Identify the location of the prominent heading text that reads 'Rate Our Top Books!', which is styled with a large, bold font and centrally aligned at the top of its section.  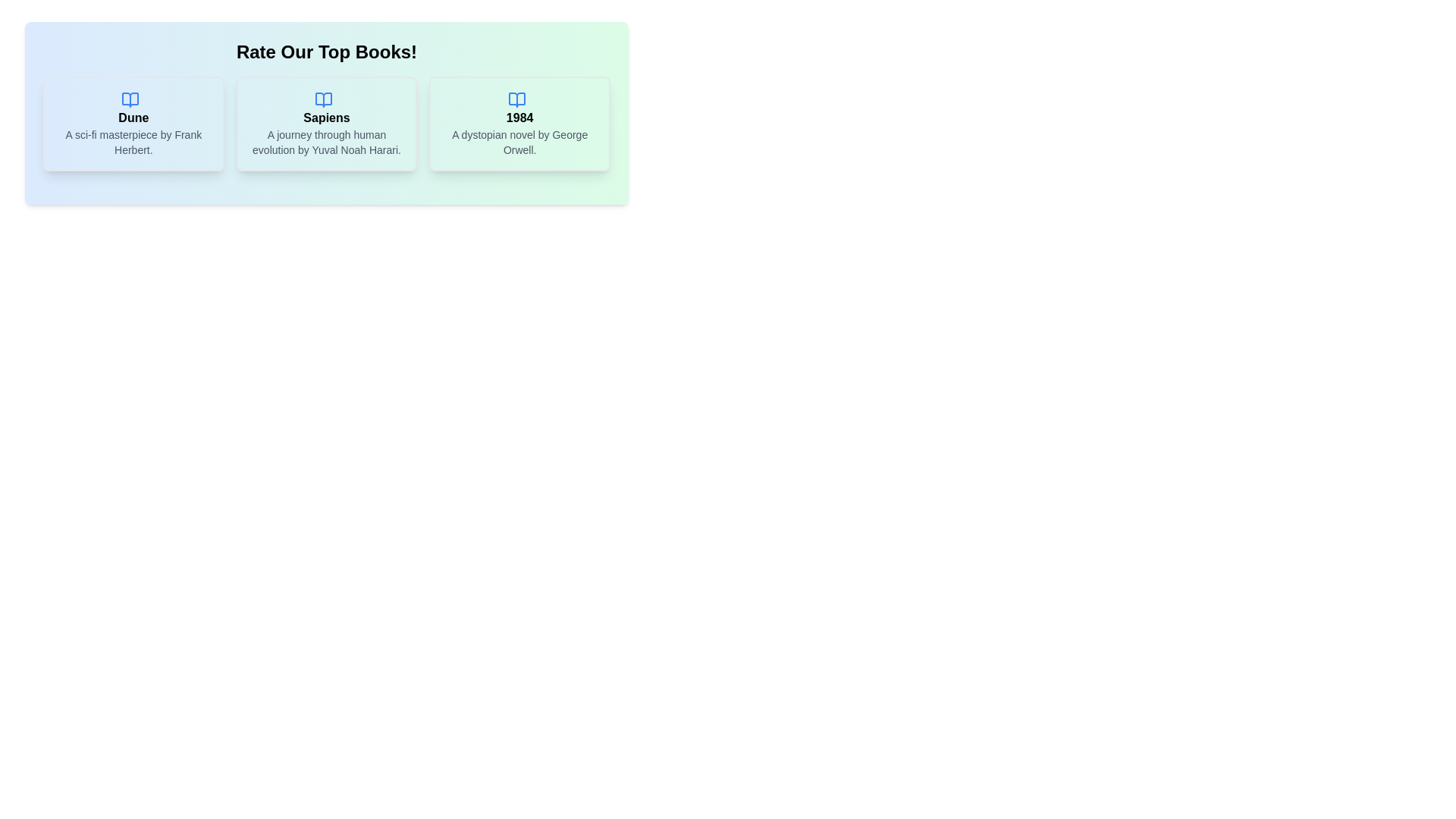
(326, 52).